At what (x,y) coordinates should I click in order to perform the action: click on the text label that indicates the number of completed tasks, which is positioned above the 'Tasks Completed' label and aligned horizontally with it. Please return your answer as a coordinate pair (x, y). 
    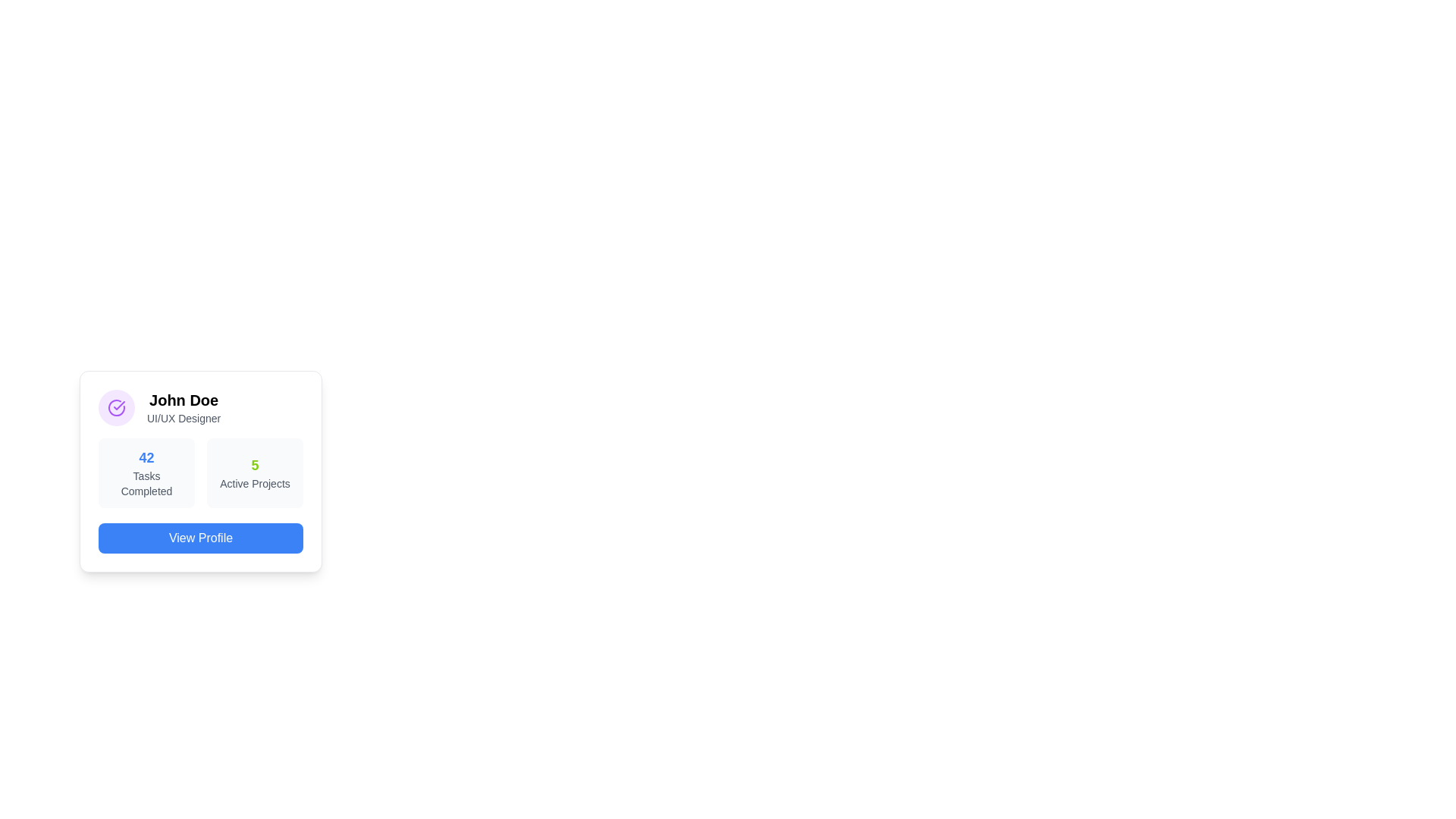
    Looking at the image, I should click on (146, 457).